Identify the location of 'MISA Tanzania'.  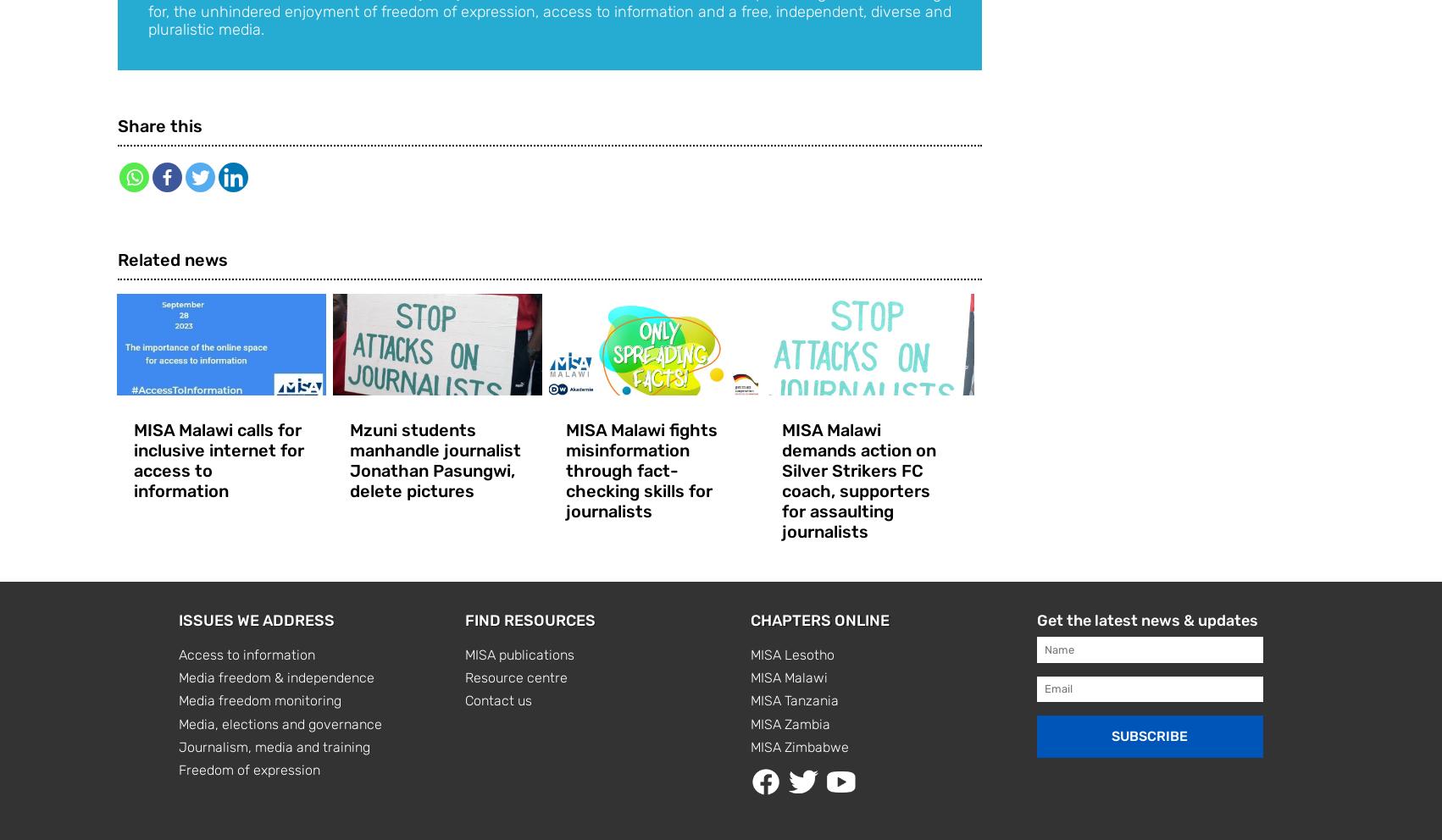
(751, 699).